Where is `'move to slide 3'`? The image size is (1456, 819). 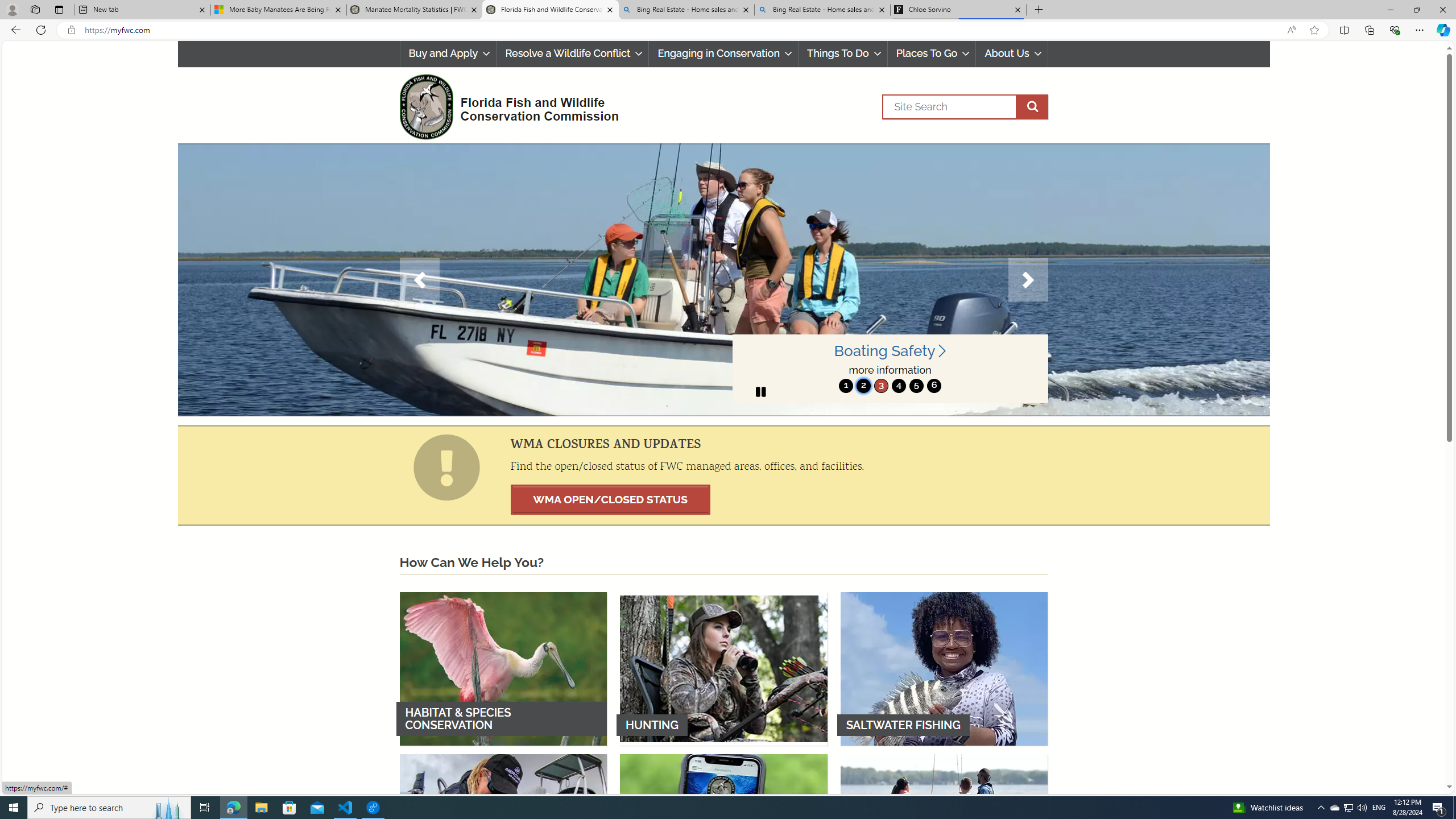 'move to slide 3' is located at coordinates (880, 385).